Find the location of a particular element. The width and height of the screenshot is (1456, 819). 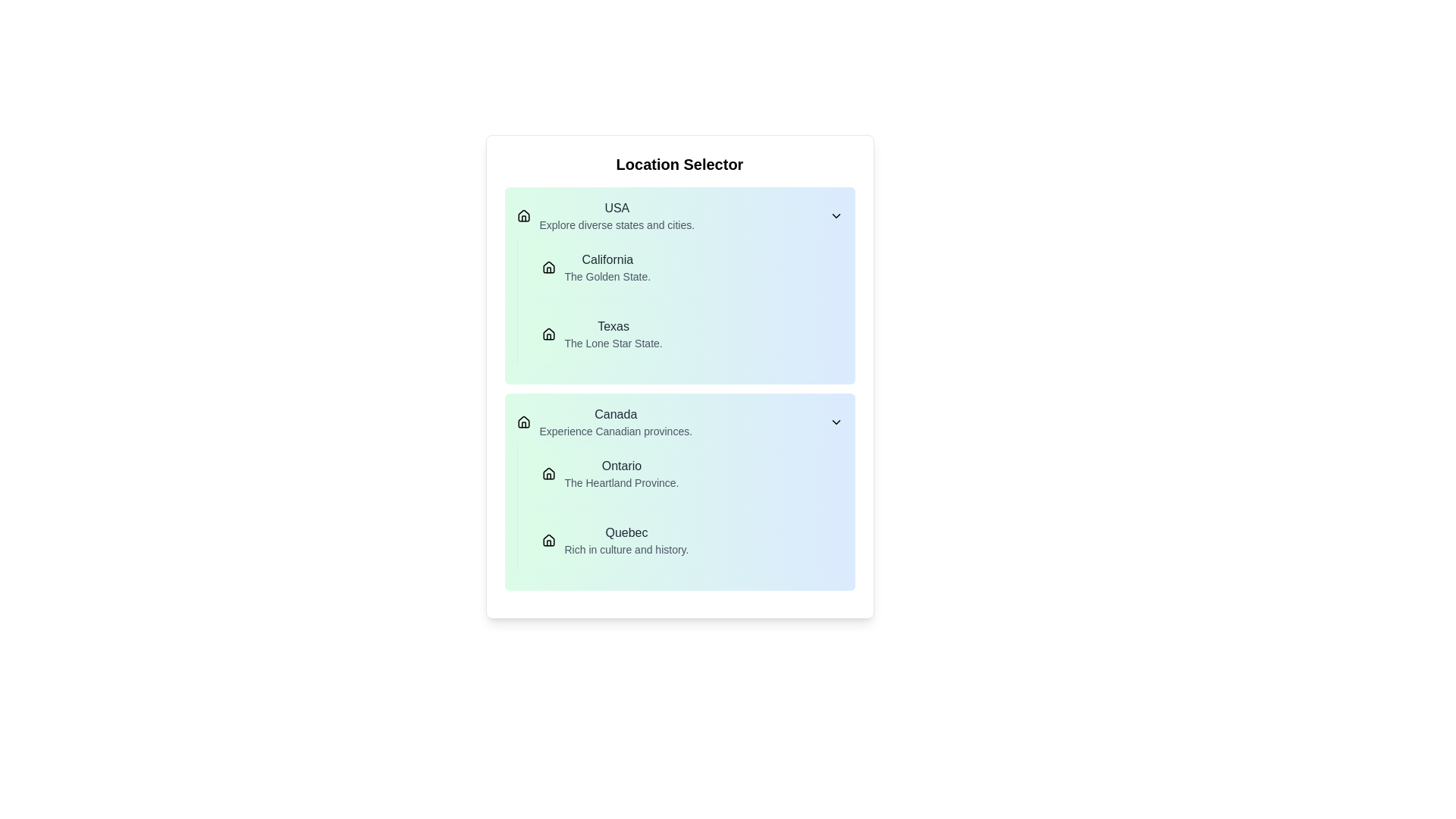

the informational text located below the 'Canada' section and to the right of the house-shaped icon is located at coordinates (616, 431).